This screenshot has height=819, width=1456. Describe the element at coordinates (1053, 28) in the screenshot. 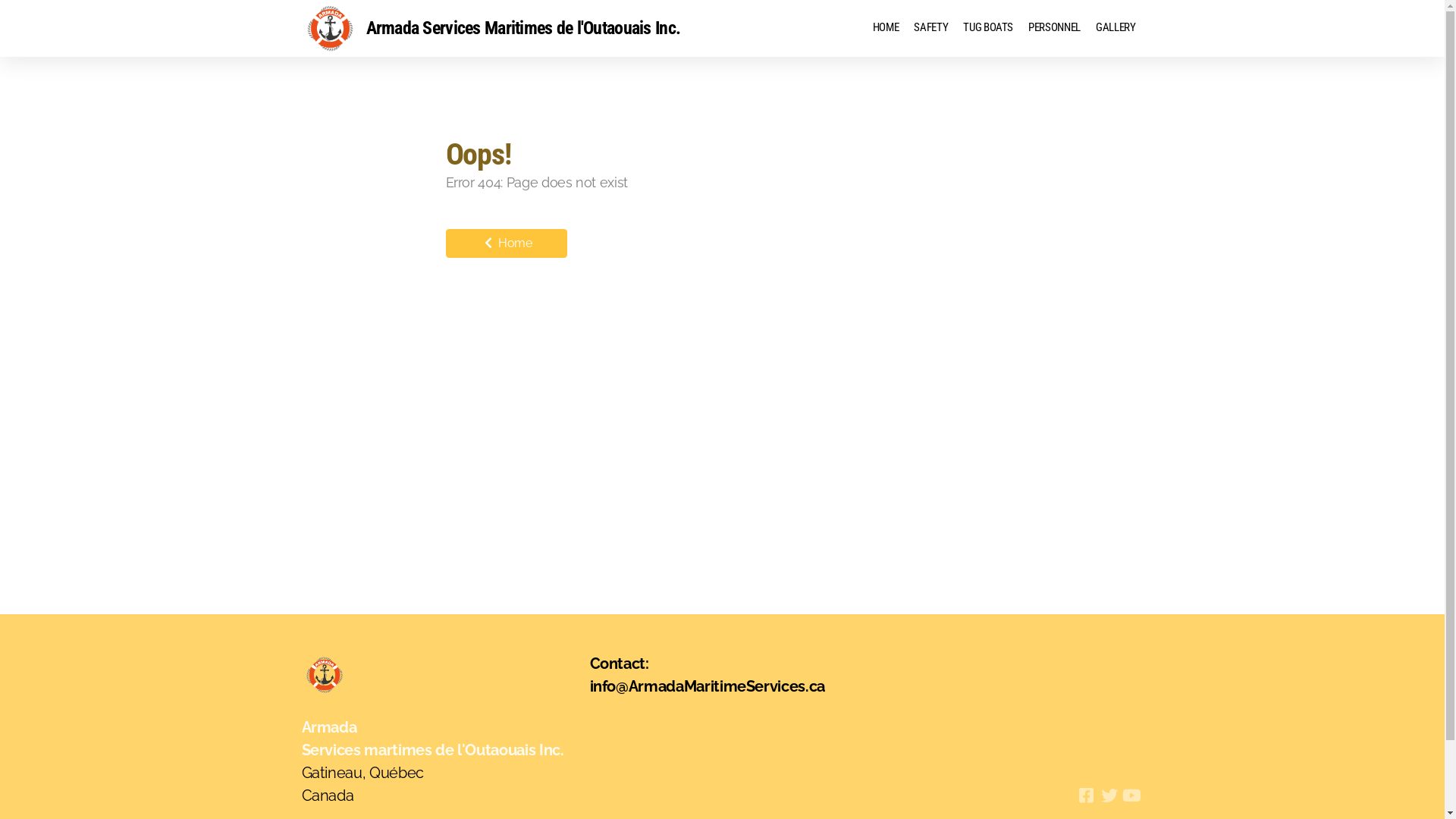

I see `'PERSONNEL'` at that location.